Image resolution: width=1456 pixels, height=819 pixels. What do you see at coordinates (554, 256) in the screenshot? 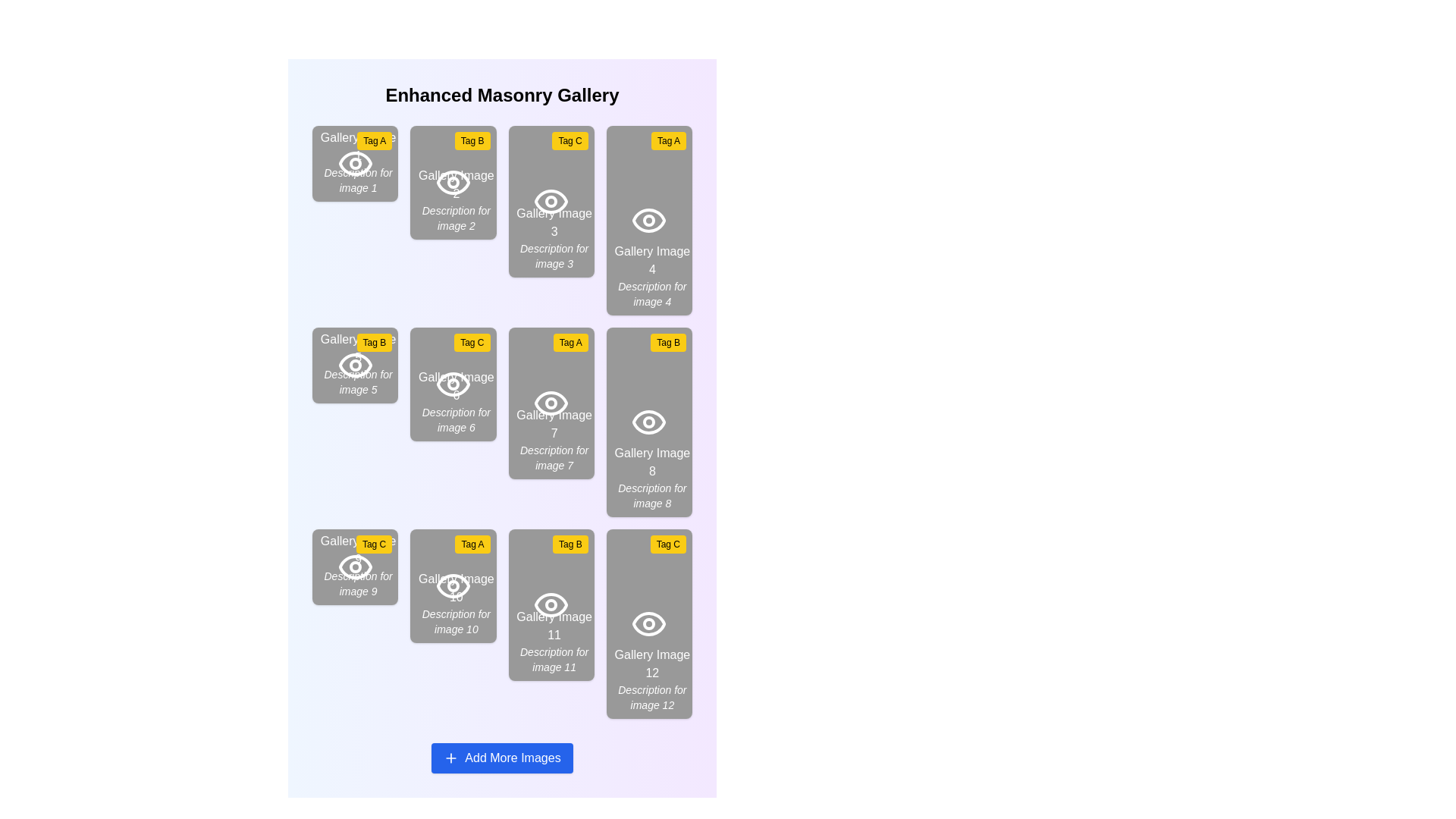
I see `the text label that provides additional descriptive information for 'Gallery Image 3', located at the bottom section of the card` at bounding box center [554, 256].